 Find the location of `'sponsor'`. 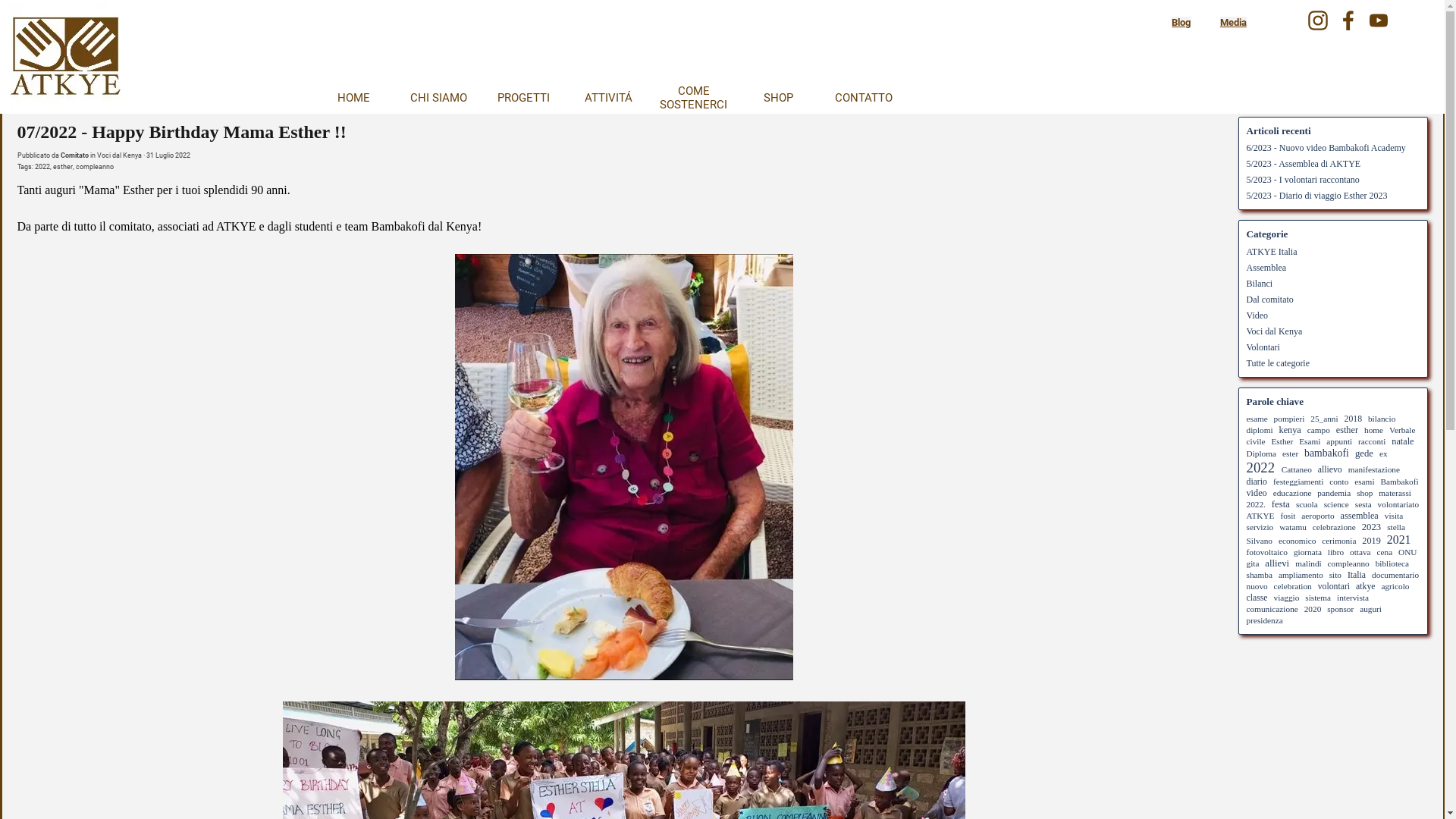

'sponsor' is located at coordinates (1340, 607).